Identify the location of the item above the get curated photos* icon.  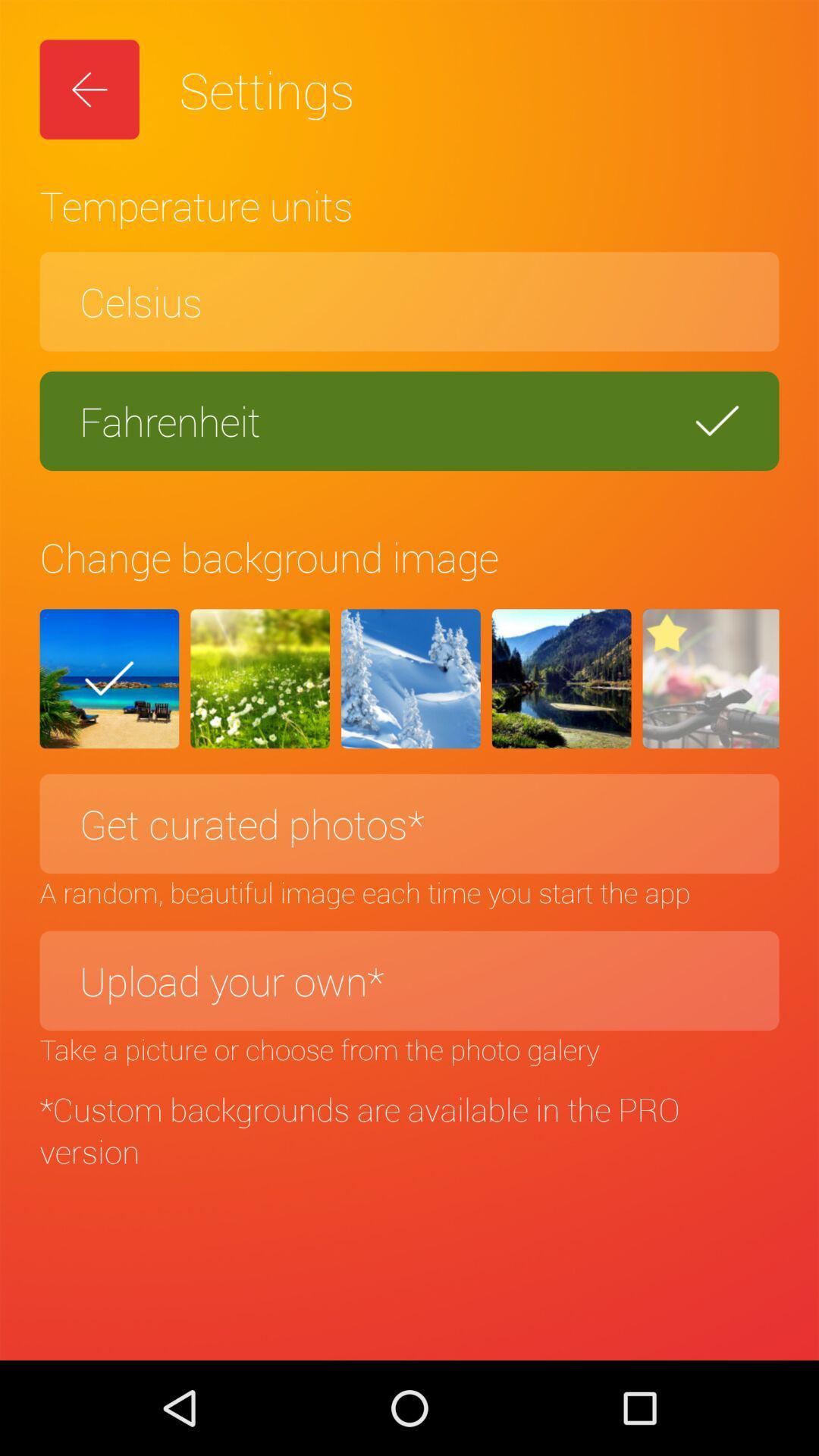
(561, 678).